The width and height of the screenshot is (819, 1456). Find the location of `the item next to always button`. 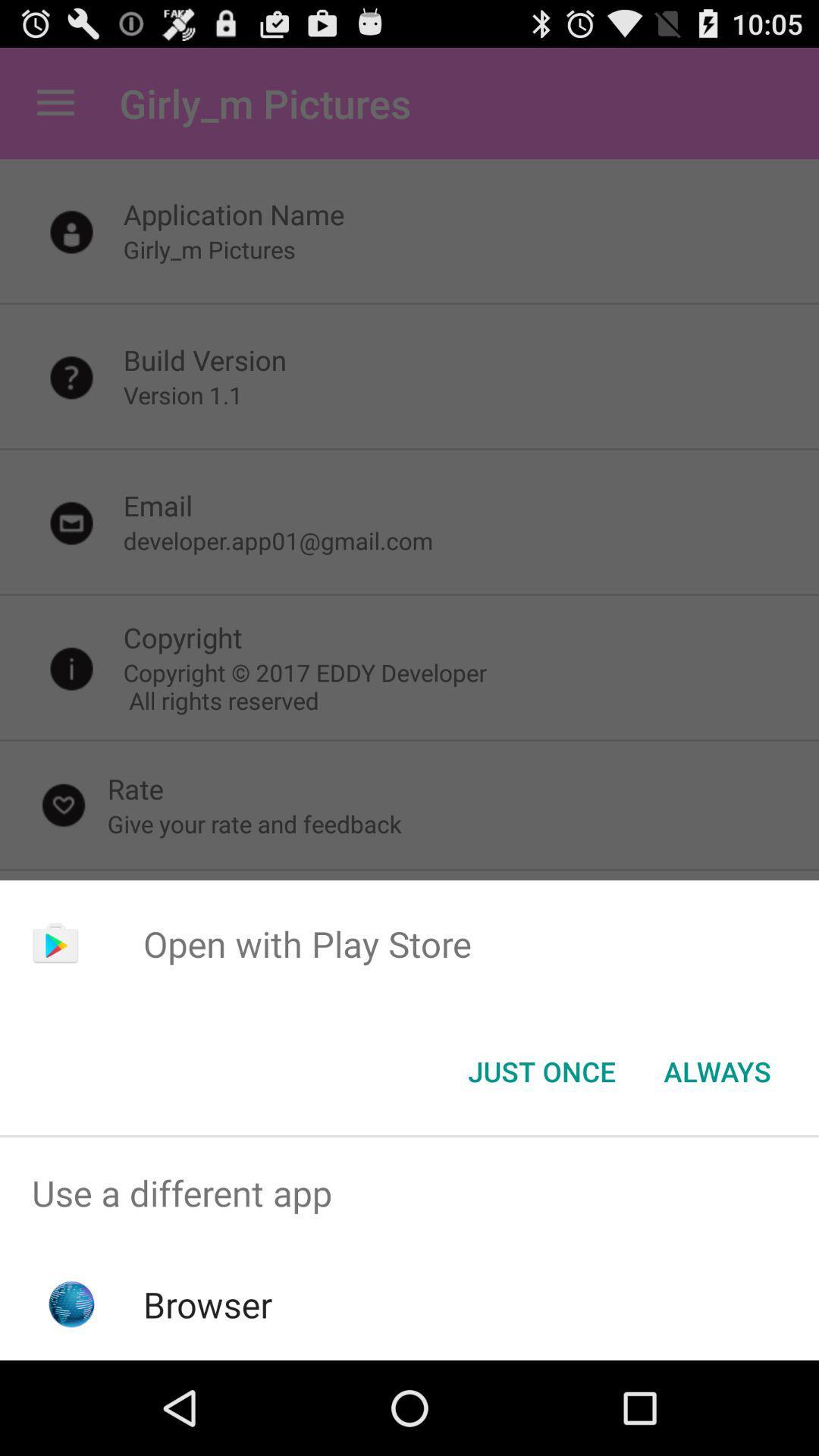

the item next to always button is located at coordinates (541, 1070).